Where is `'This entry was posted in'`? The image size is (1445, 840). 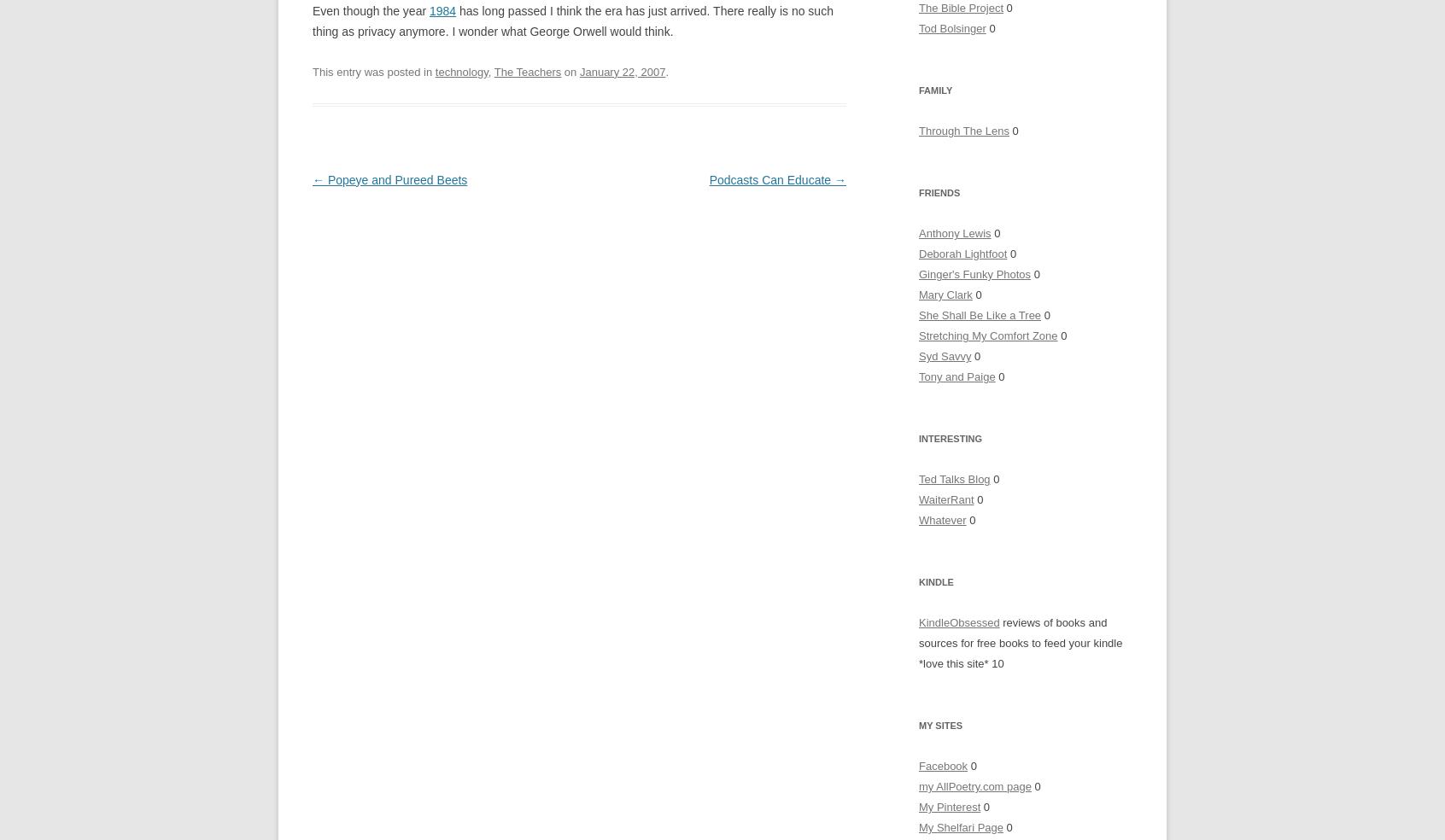
'This entry was posted in' is located at coordinates (372, 70).